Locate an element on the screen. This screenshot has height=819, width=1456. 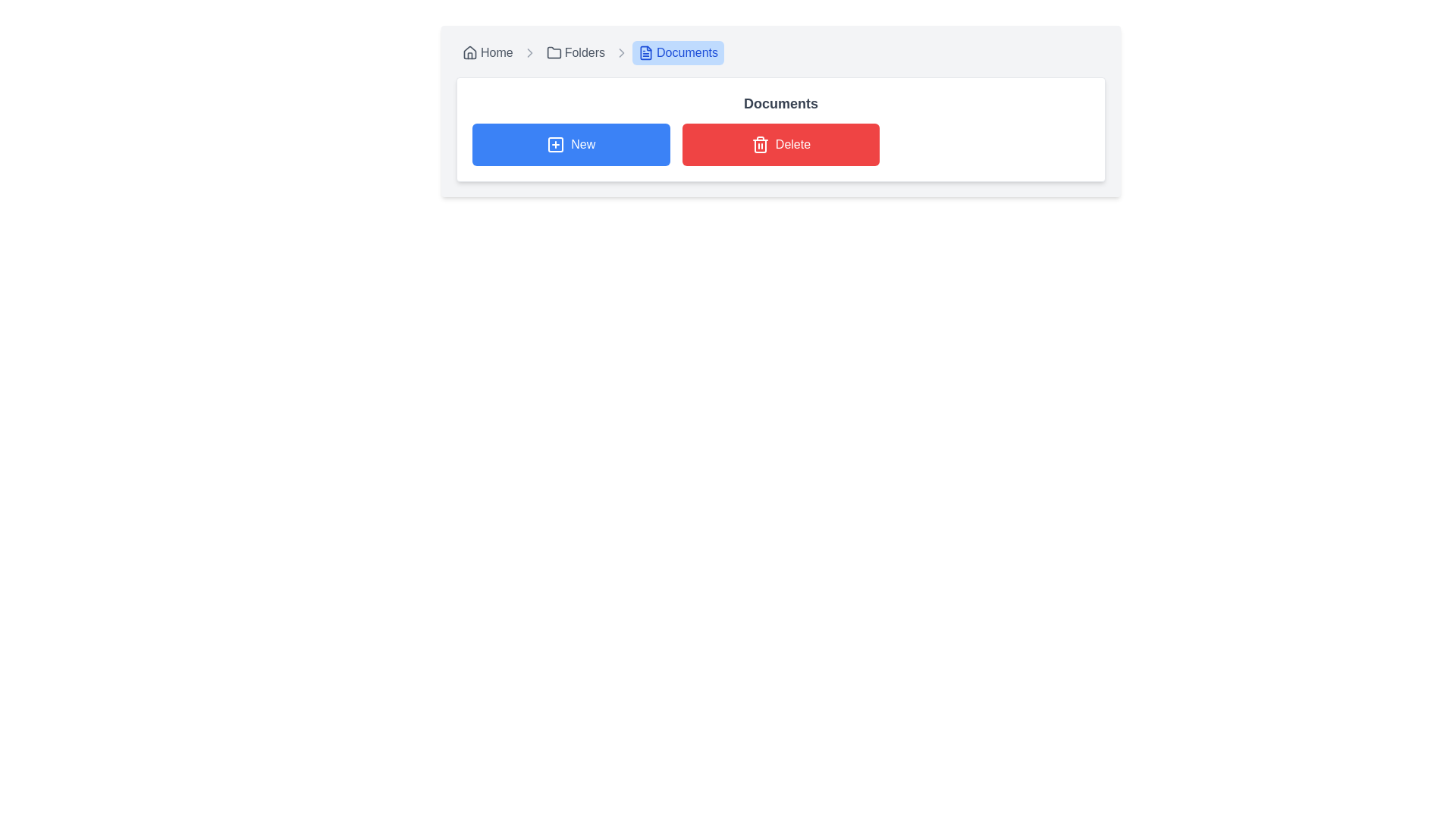
the blue button labeled 'New' which contains a plus sign icon in the center, located on the left side of a two-button group in the upper left area of the main content card labeled 'Documents' is located at coordinates (555, 145).